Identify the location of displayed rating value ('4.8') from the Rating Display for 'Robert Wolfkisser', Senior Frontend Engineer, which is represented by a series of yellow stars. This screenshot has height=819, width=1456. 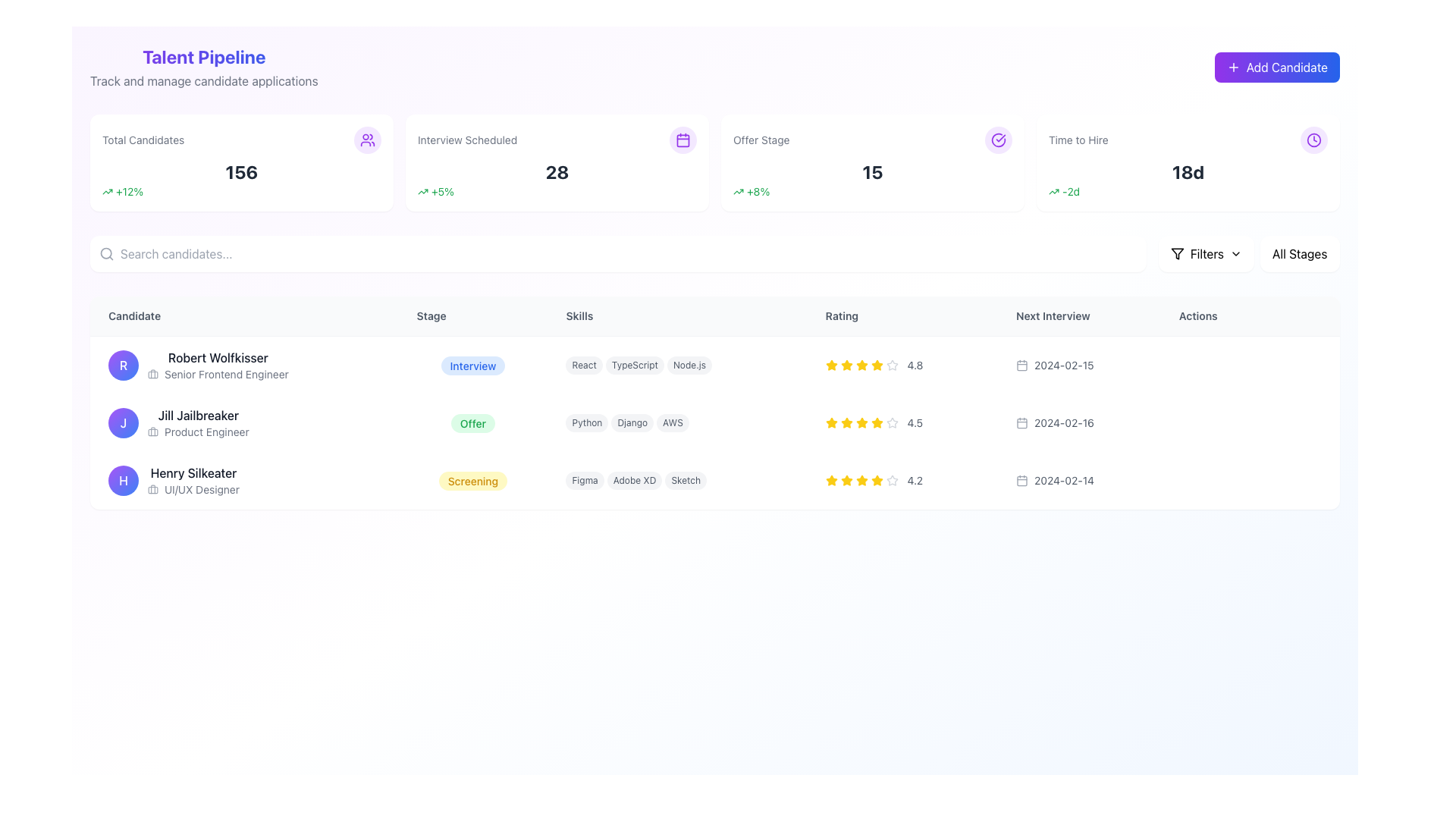
(902, 365).